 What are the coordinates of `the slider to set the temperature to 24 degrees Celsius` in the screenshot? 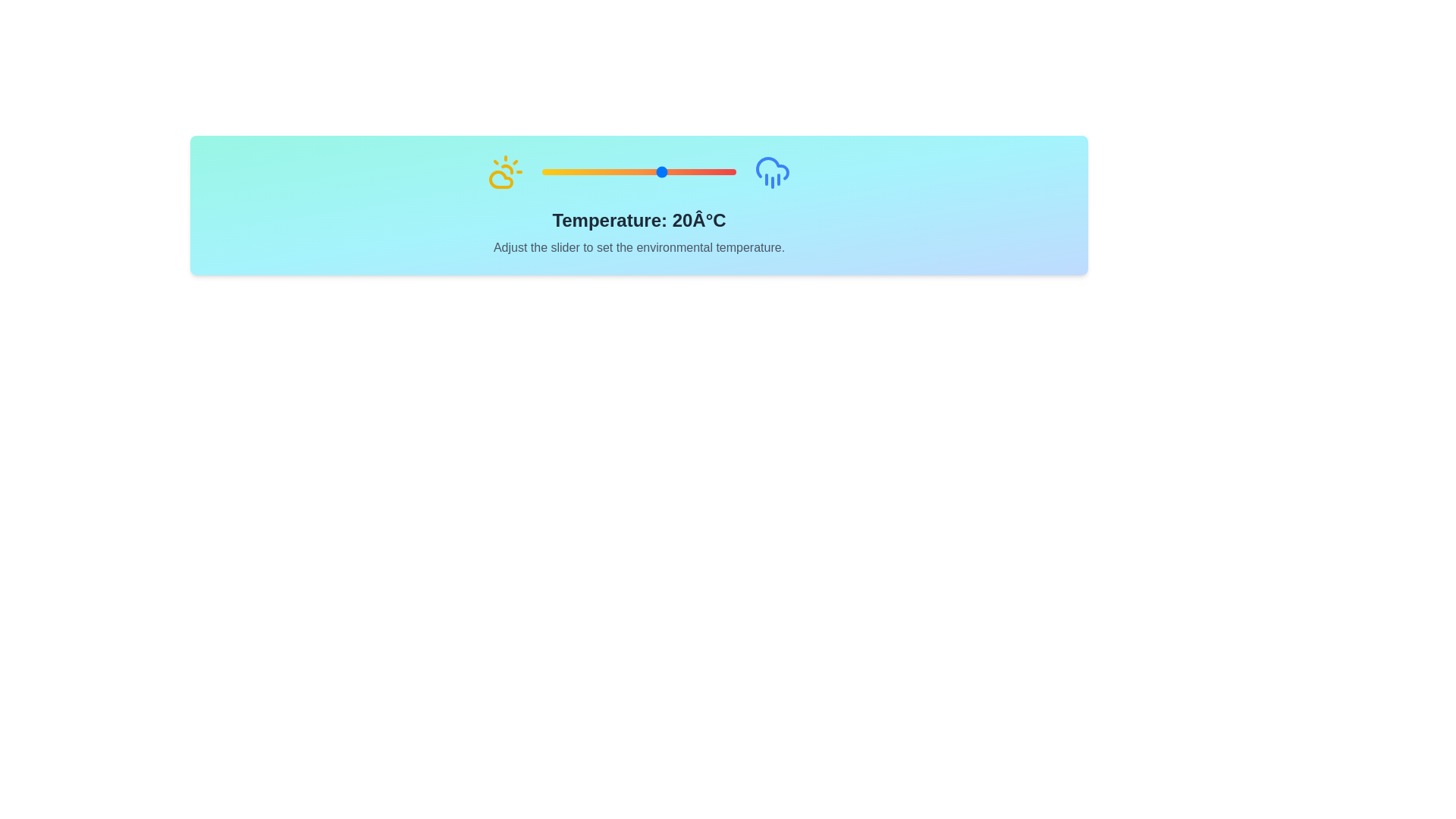 It's located at (672, 171).